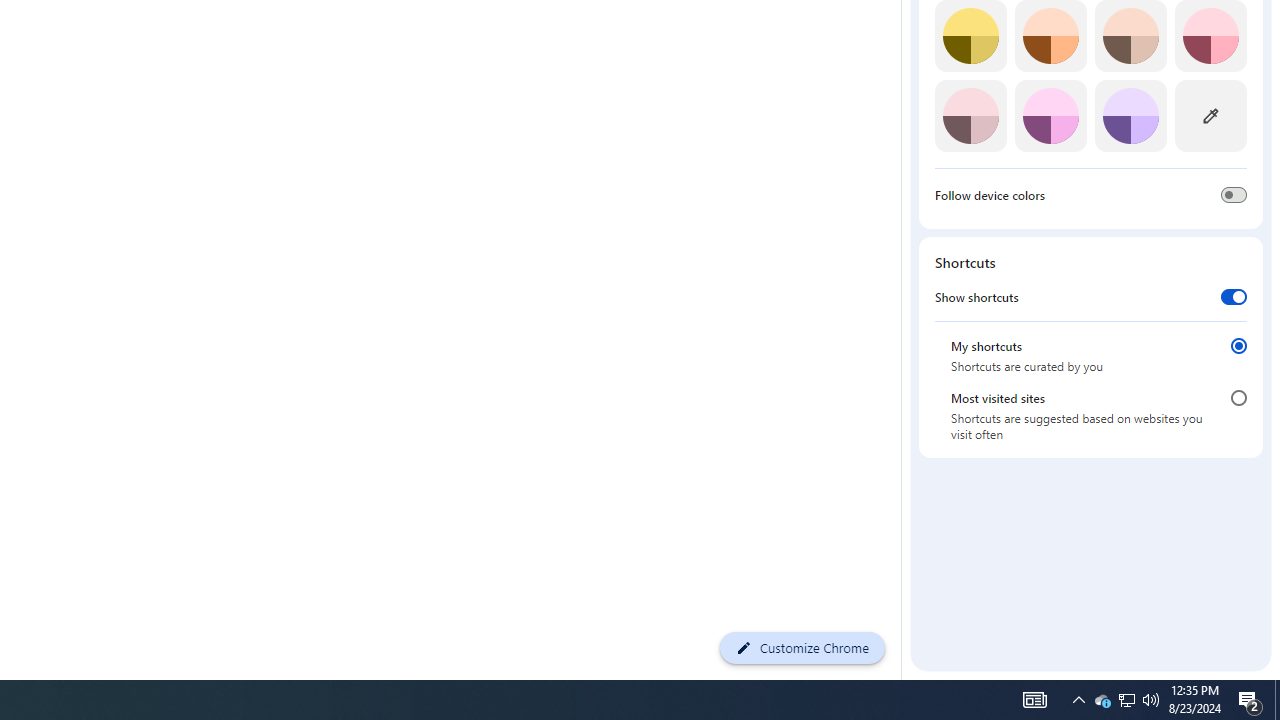 The height and width of the screenshot is (720, 1280). What do you see at coordinates (1238, 398) in the screenshot?
I see `'Most visited sites'` at bounding box center [1238, 398].